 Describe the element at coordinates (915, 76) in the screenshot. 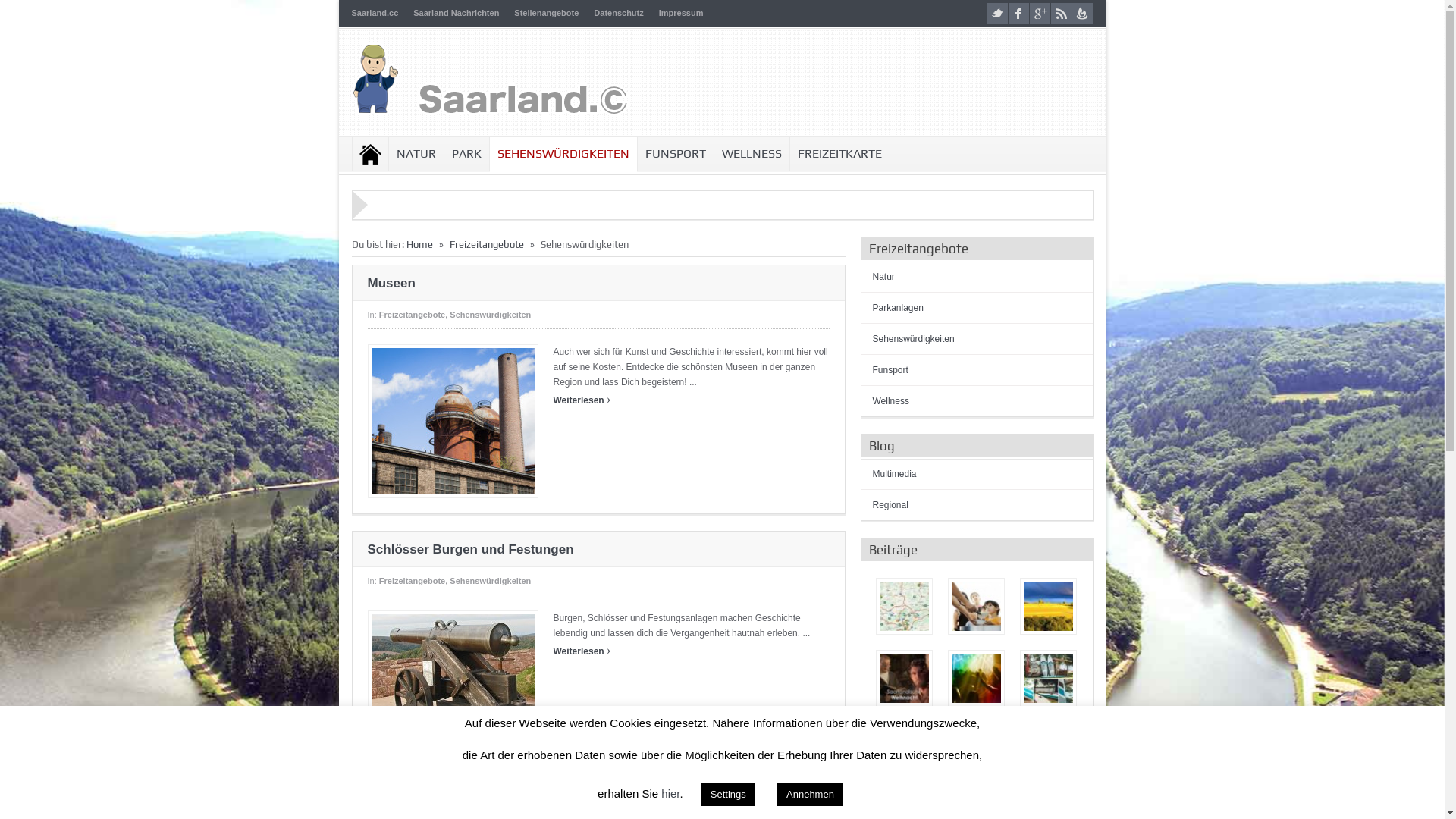

I see `'Advertisement'` at that location.